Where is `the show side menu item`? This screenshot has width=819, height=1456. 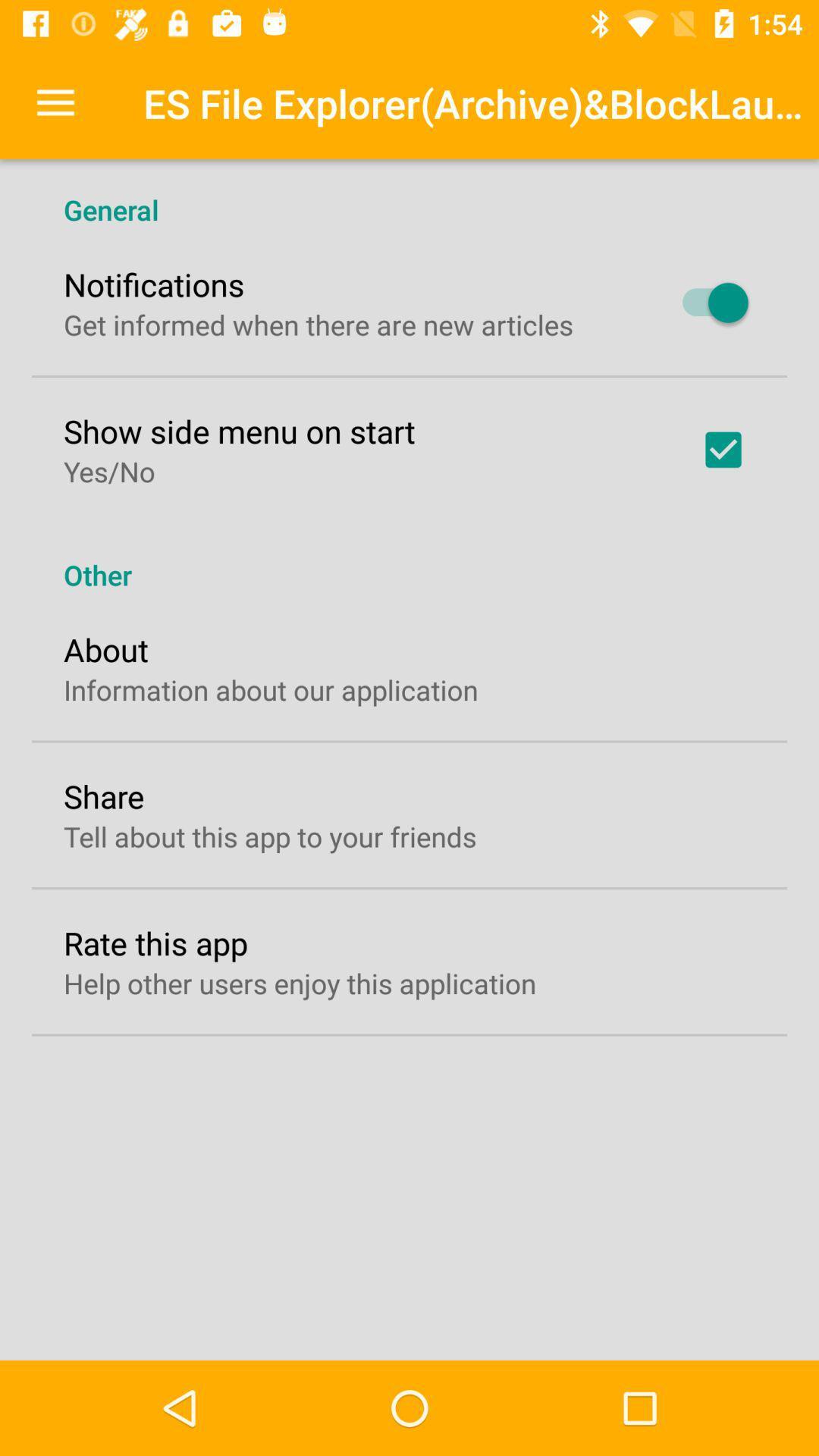
the show side menu item is located at coordinates (239, 430).